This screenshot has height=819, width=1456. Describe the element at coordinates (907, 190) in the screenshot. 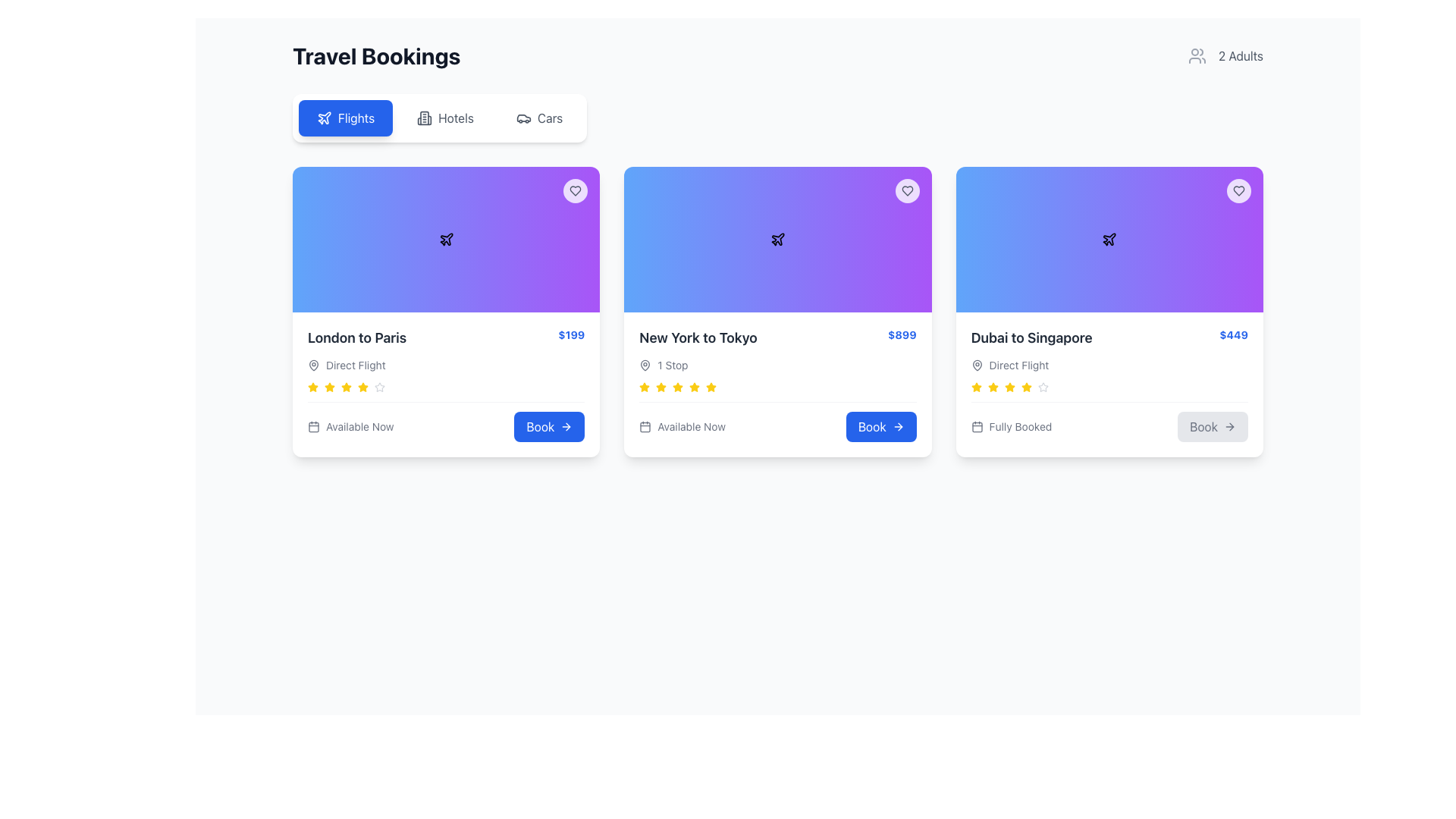

I see `the circular button with a heart icon located in the top-right corner of the 'New York` at that location.